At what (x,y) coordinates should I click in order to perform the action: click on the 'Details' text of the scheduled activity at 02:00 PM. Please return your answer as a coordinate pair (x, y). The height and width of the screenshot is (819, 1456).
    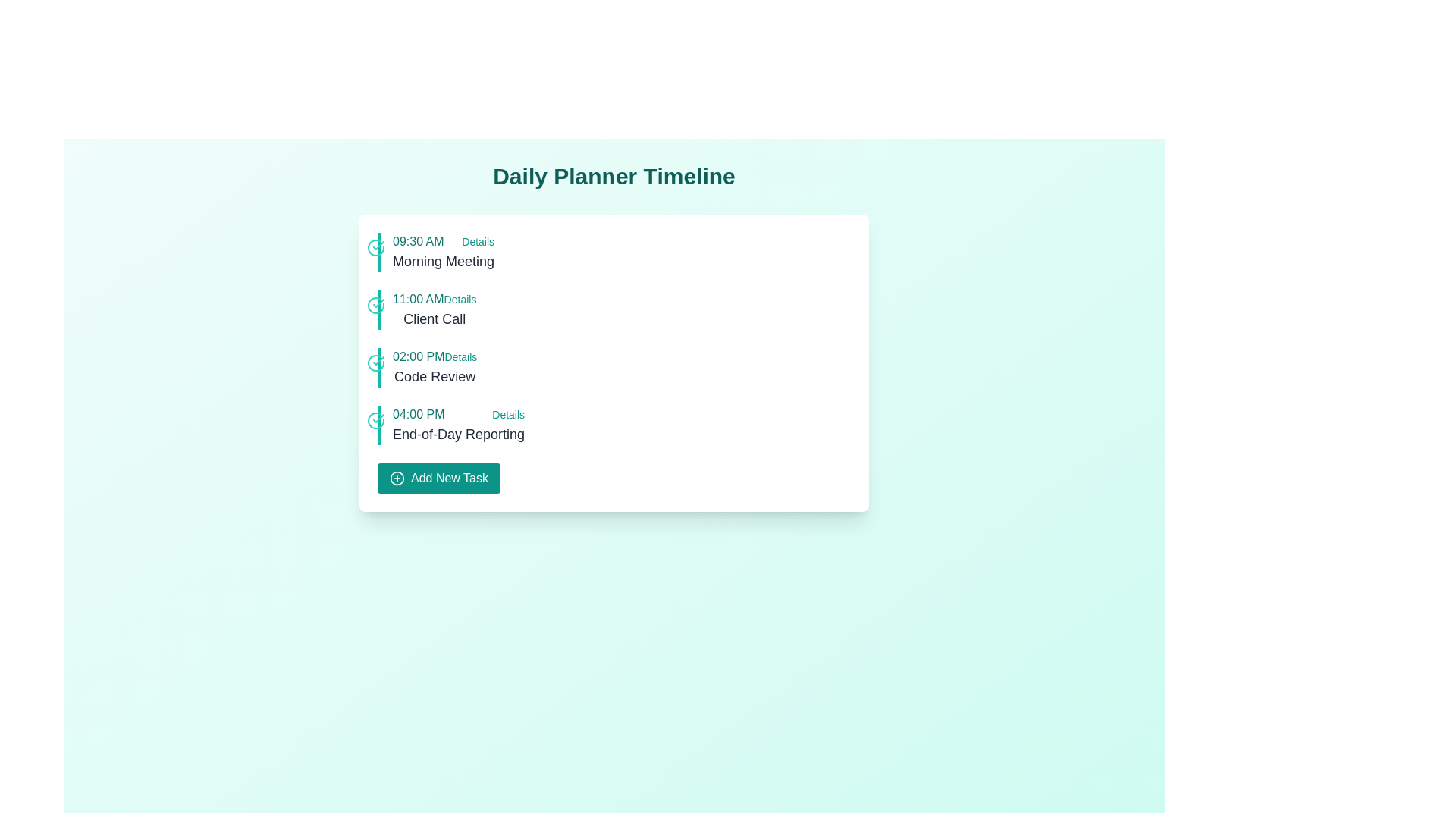
    Looking at the image, I should click on (434, 356).